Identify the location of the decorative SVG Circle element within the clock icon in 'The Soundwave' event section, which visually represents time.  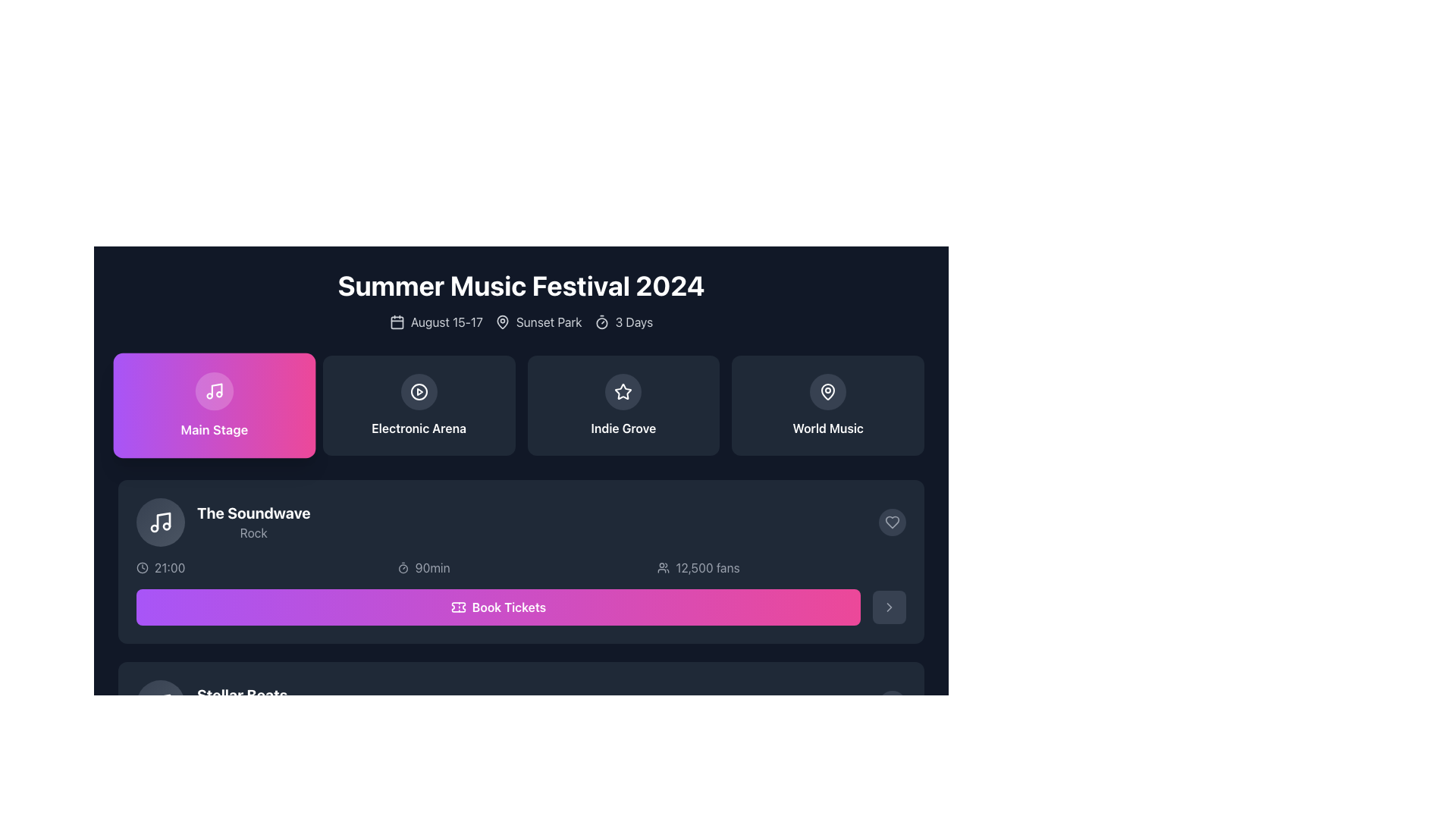
(142, 567).